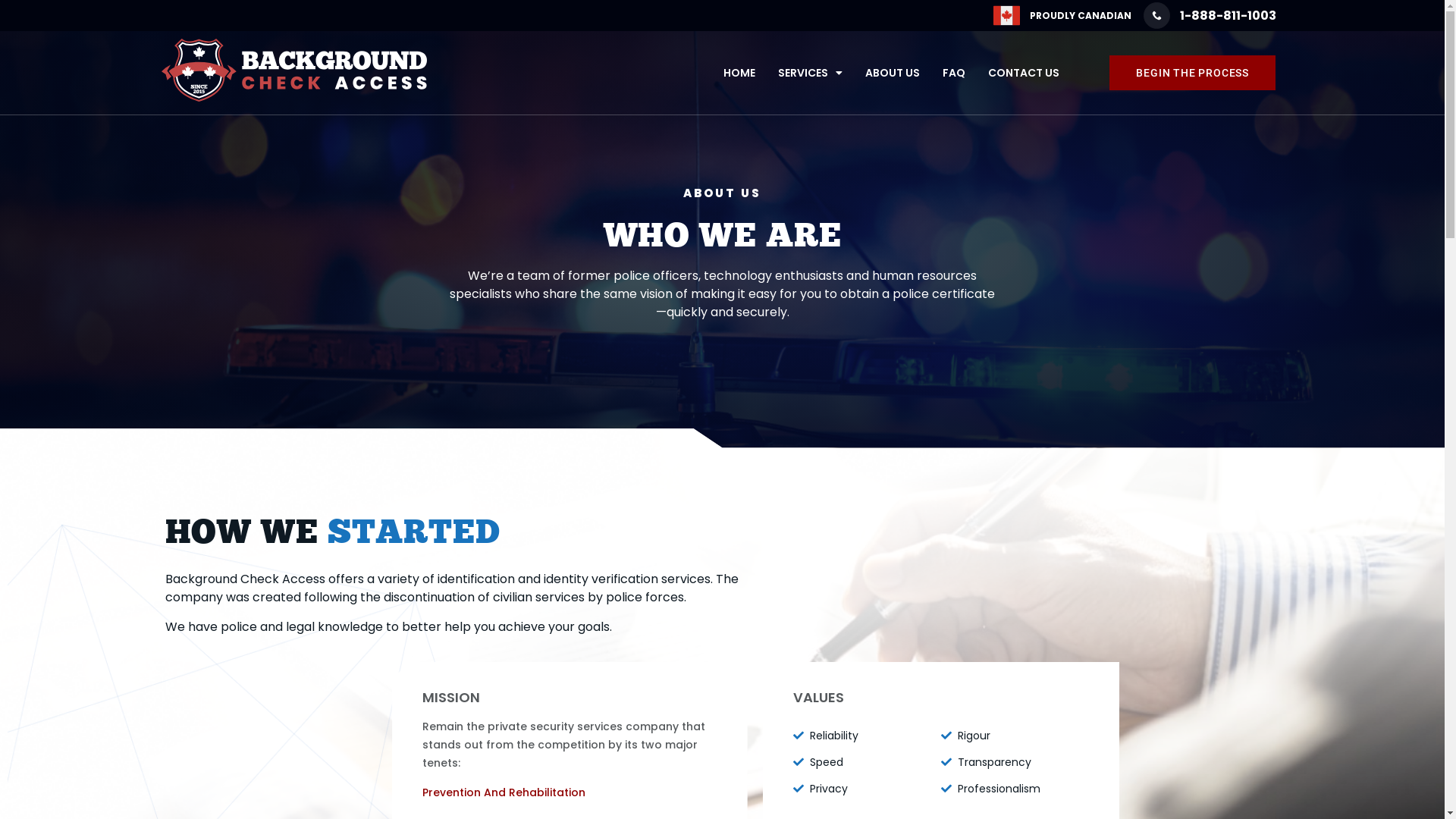  I want to click on 'SERVICES', so click(809, 73).